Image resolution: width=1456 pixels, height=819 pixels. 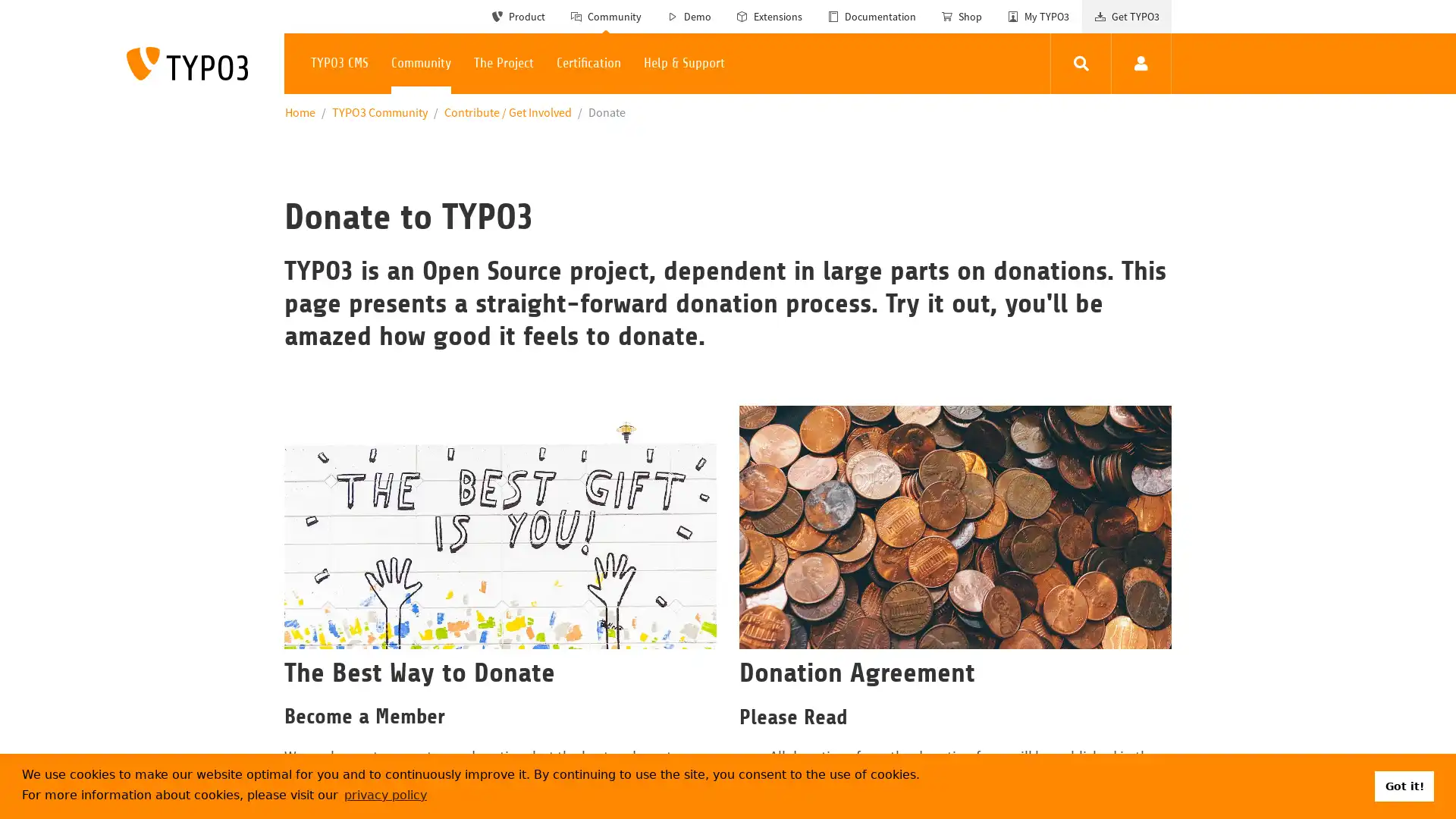 What do you see at coordinates (385, 794) in the screenshot?
I see `learn more about cookies` at bounding box center [385, 794].